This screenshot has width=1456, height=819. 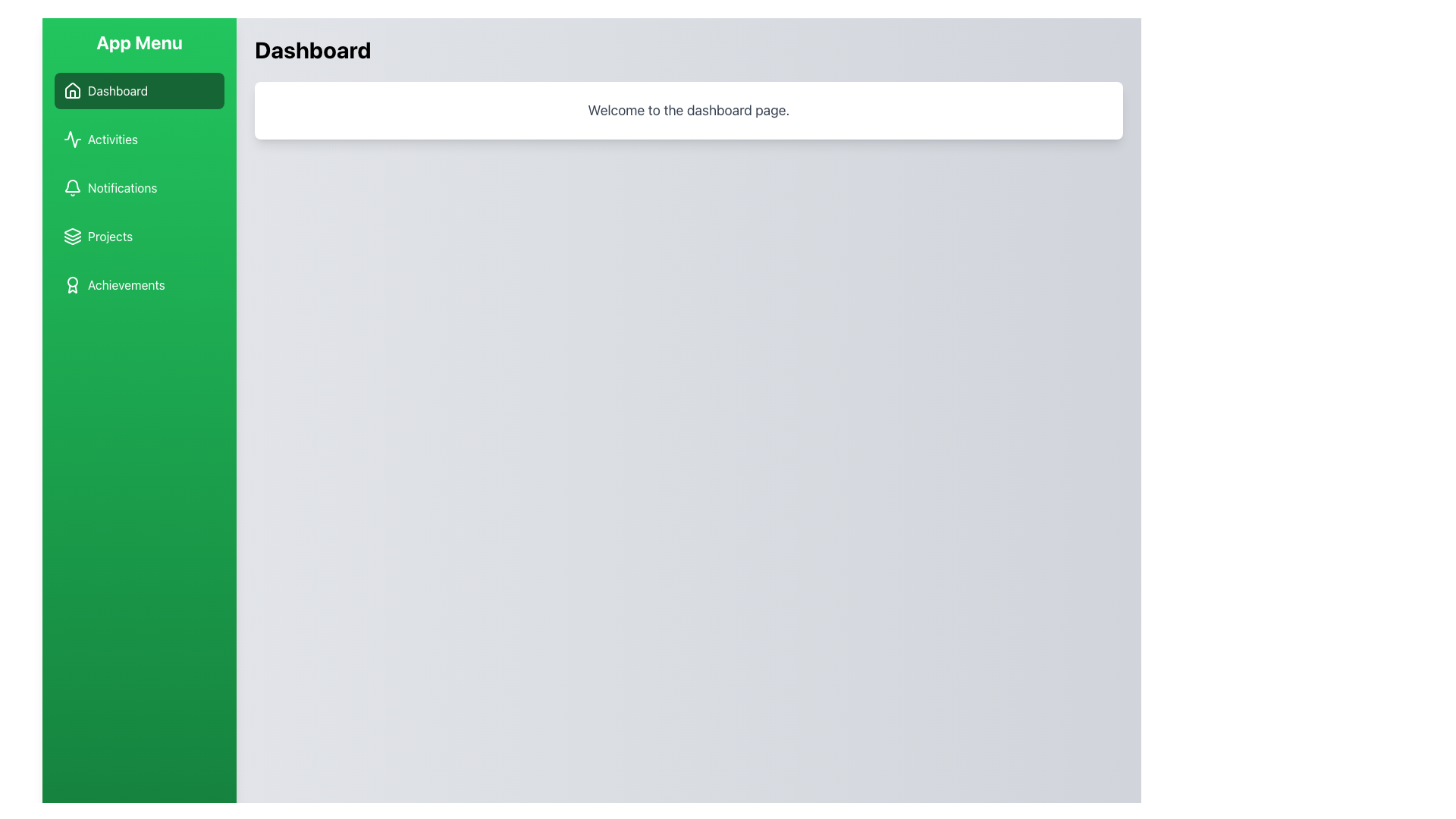 I want to click on the 'Activities' icon in the navigation panel, so click(x=72, y=140).